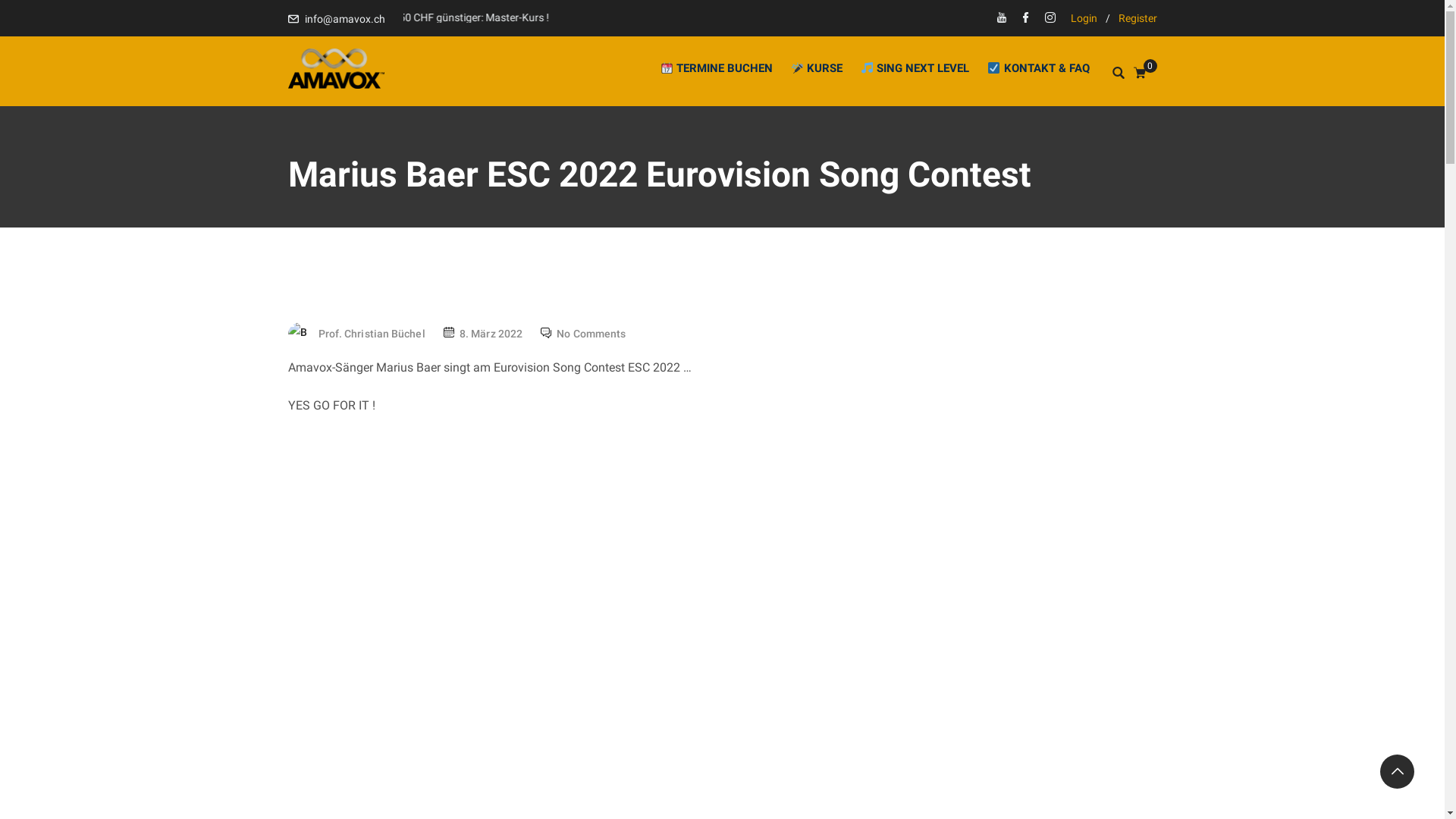 The width and height of the screenshot is (1456, 819). Describe the element at coordinates (1050, 18) in the screenshot. I see `'Insta'` at that location.